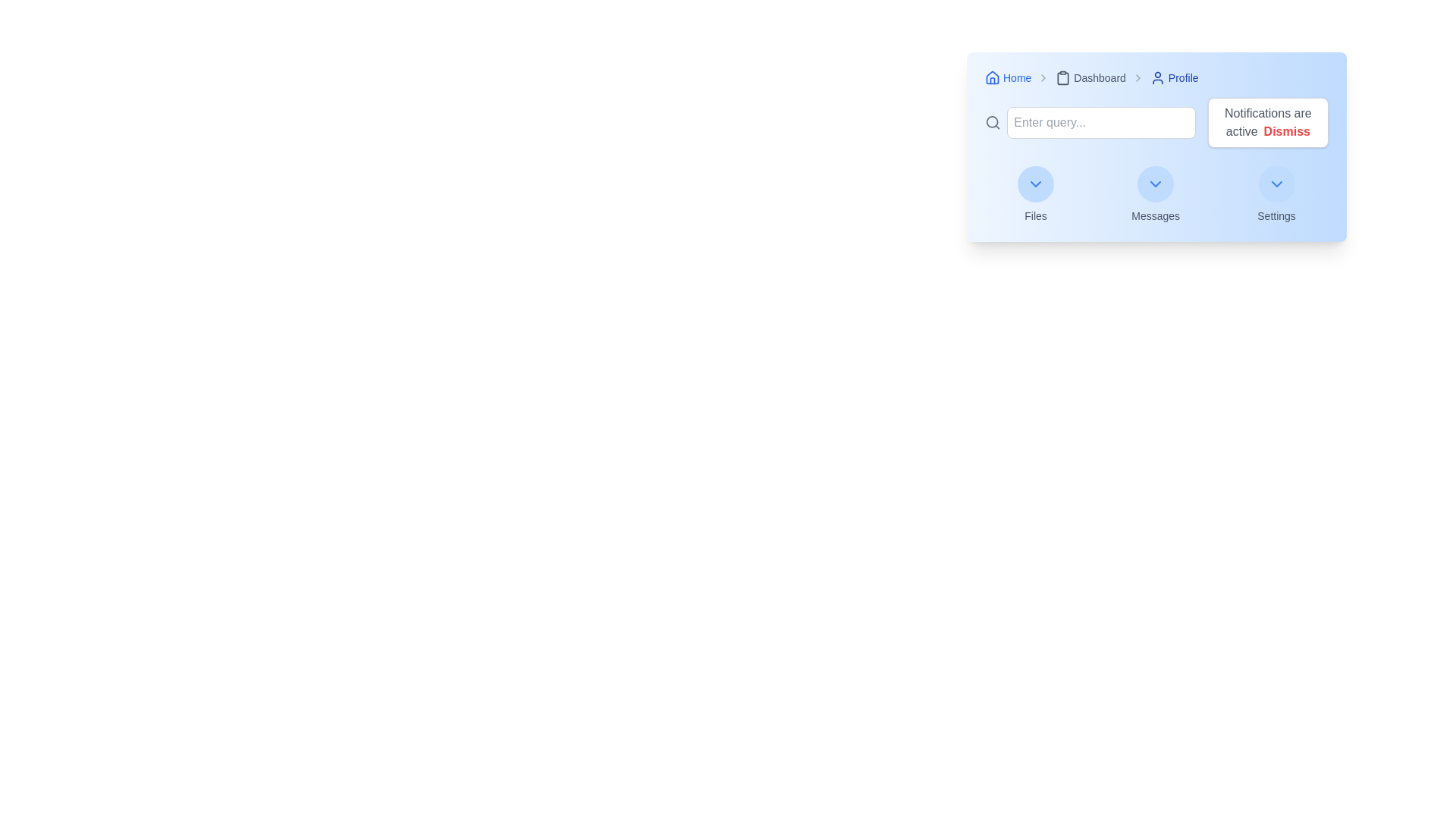  I want to click on the right-facing chevron icon styled in gray with a rounded stroke, which is the third chevron in the breadcrumb navigation bar positioned after the 'Dashboard' text, so click(1137, 78).